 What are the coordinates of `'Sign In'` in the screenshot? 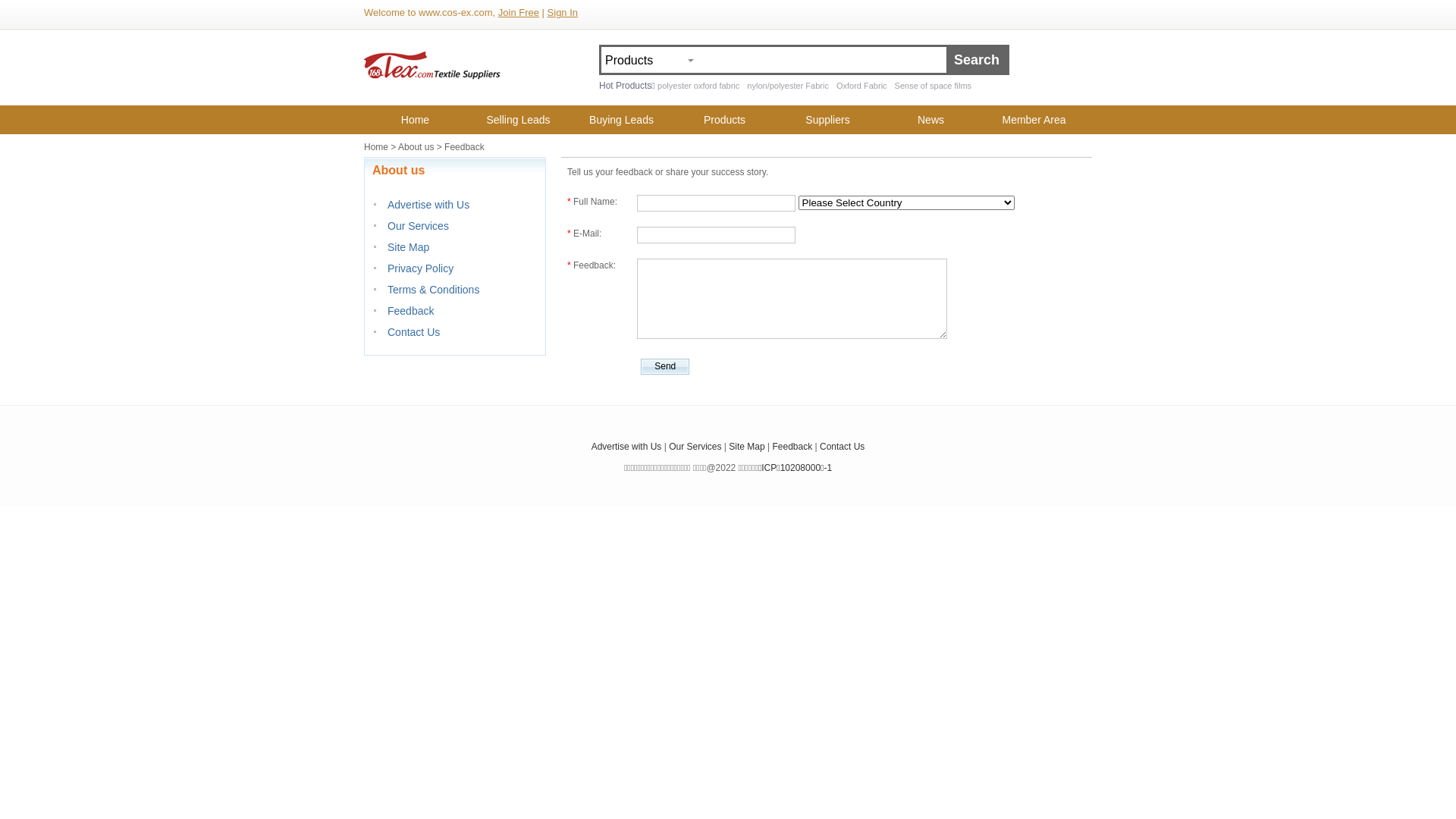 It's located at (562, 12).